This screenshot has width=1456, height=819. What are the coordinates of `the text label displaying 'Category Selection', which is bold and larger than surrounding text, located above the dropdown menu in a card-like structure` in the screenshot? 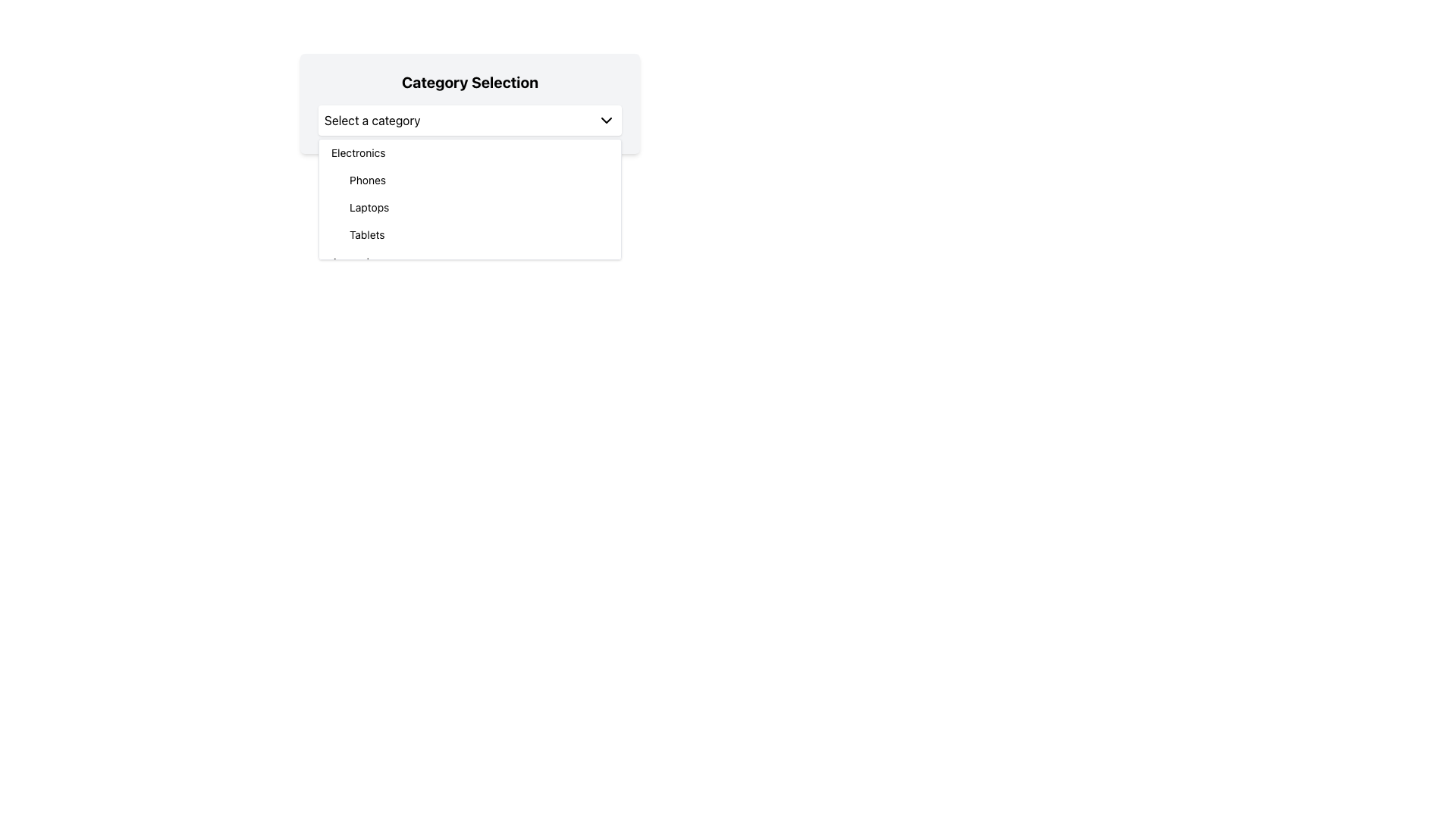 It's located at (469, 82).